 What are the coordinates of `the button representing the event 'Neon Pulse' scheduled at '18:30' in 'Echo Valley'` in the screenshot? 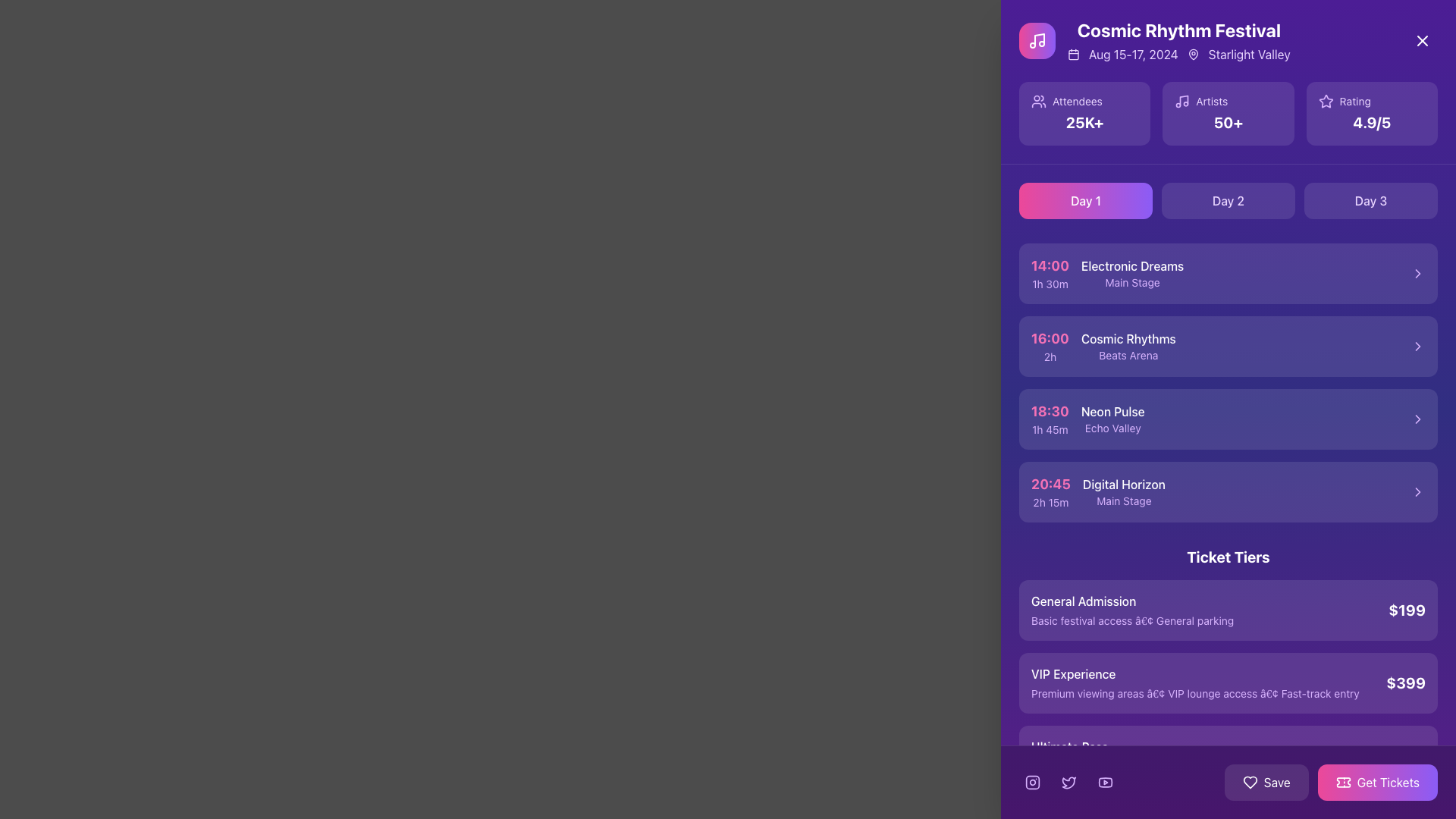 It's located at (1228, 419).